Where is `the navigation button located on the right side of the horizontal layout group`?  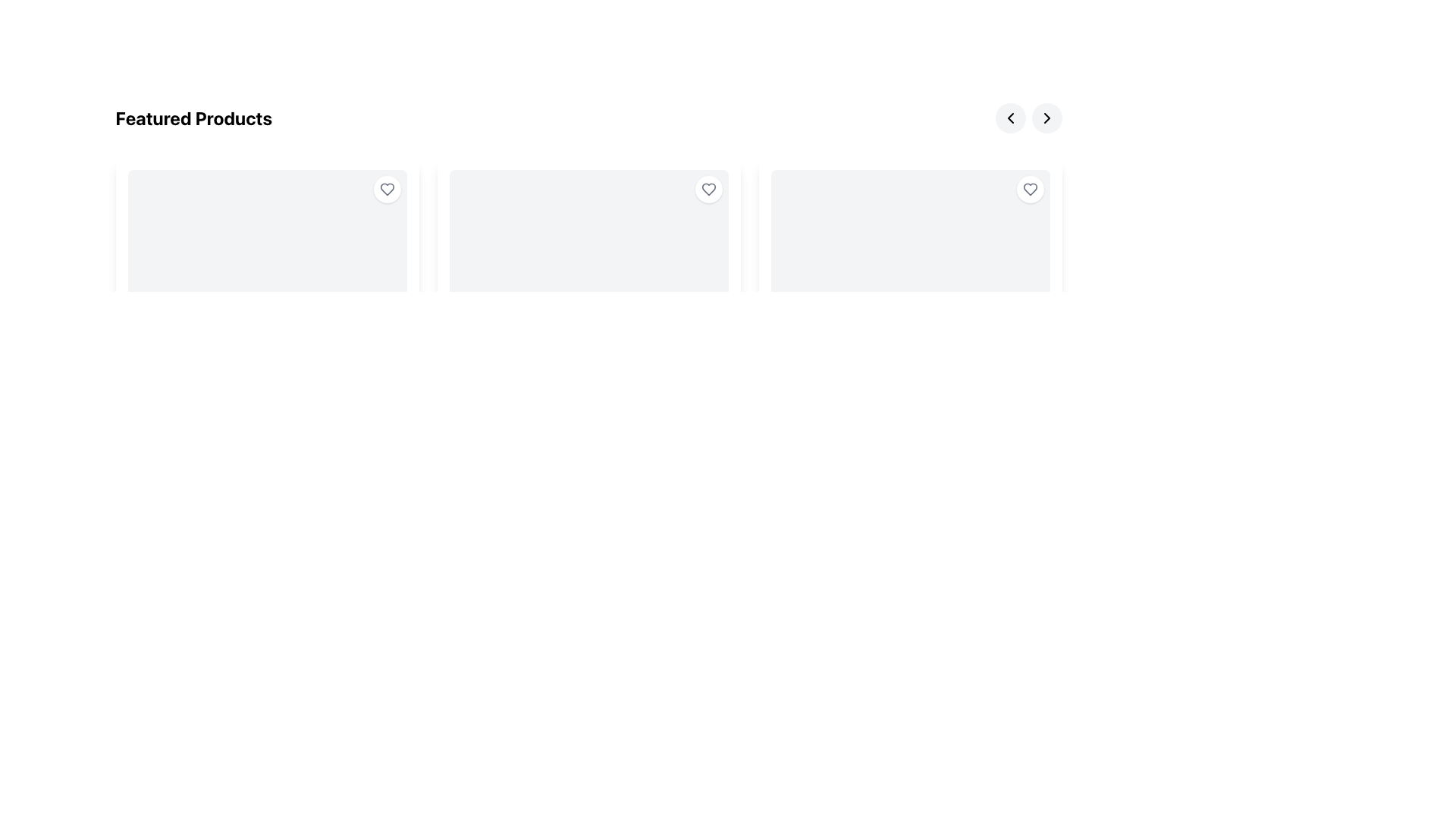 the navigation button located on the right side of the horizontal layout group is located at coordinates (1010, 117).